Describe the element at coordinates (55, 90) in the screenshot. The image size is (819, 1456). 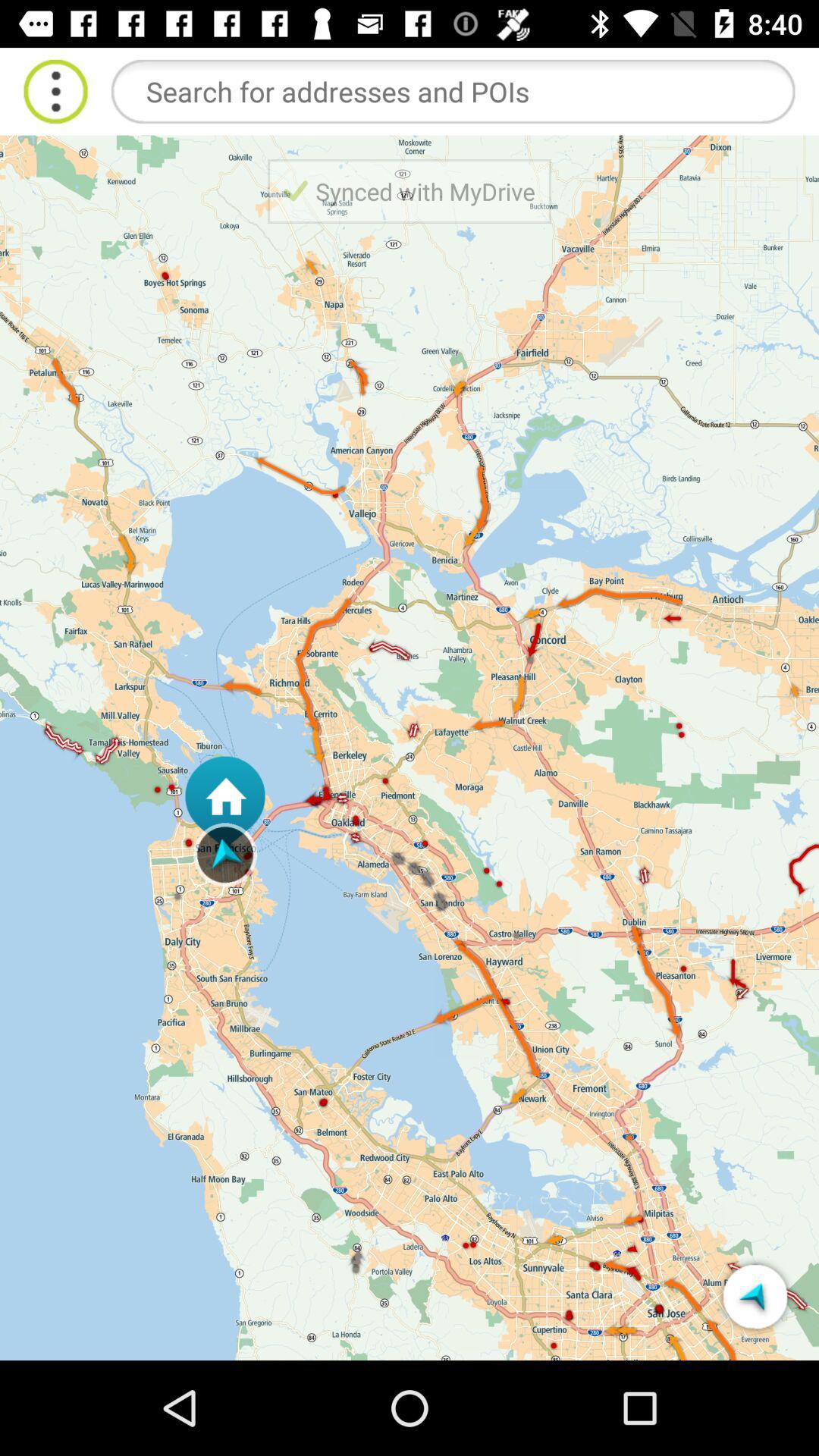
I see `open settings` at that location.